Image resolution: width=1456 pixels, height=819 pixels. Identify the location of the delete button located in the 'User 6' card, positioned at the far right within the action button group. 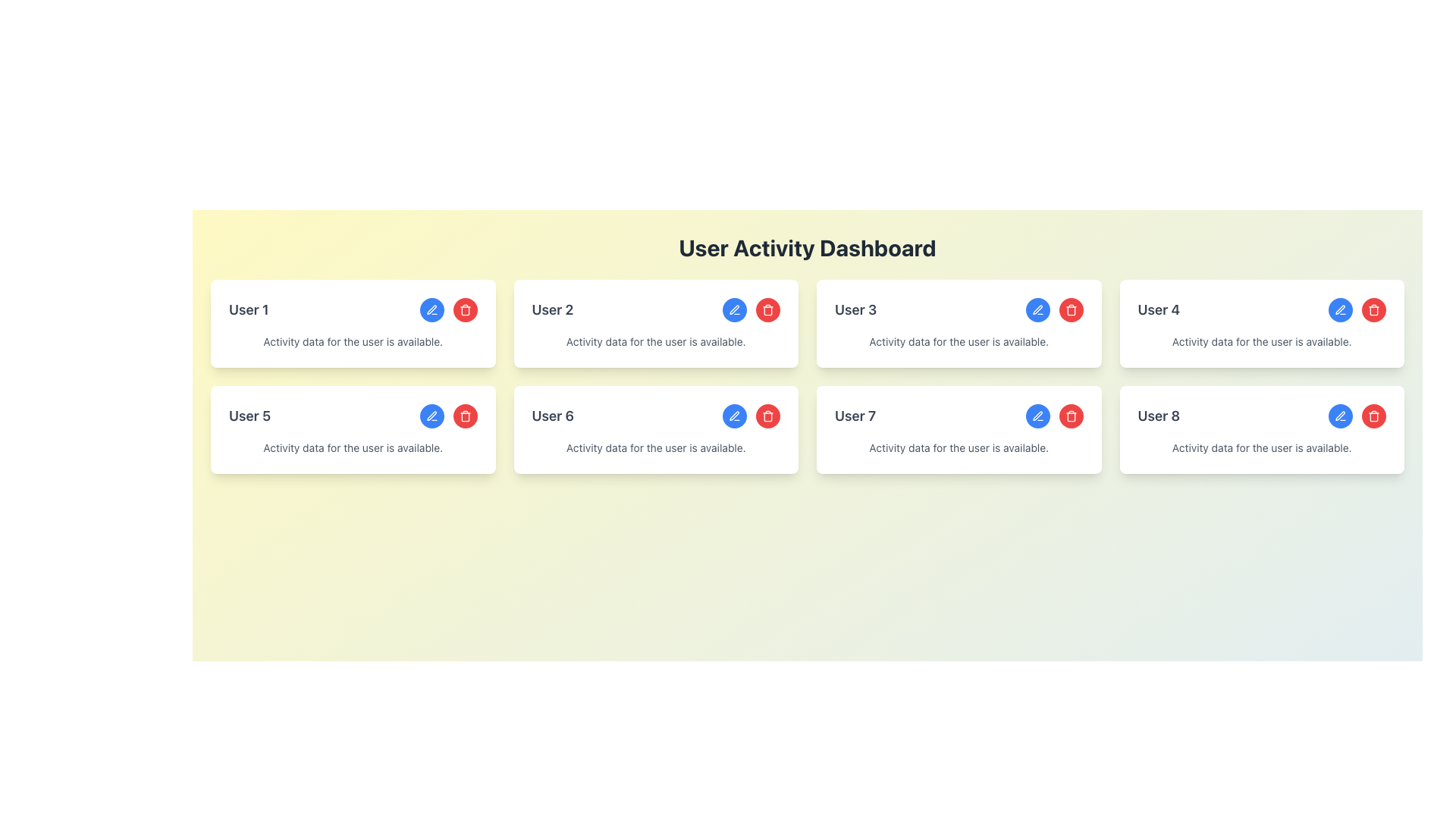
(767, 416).